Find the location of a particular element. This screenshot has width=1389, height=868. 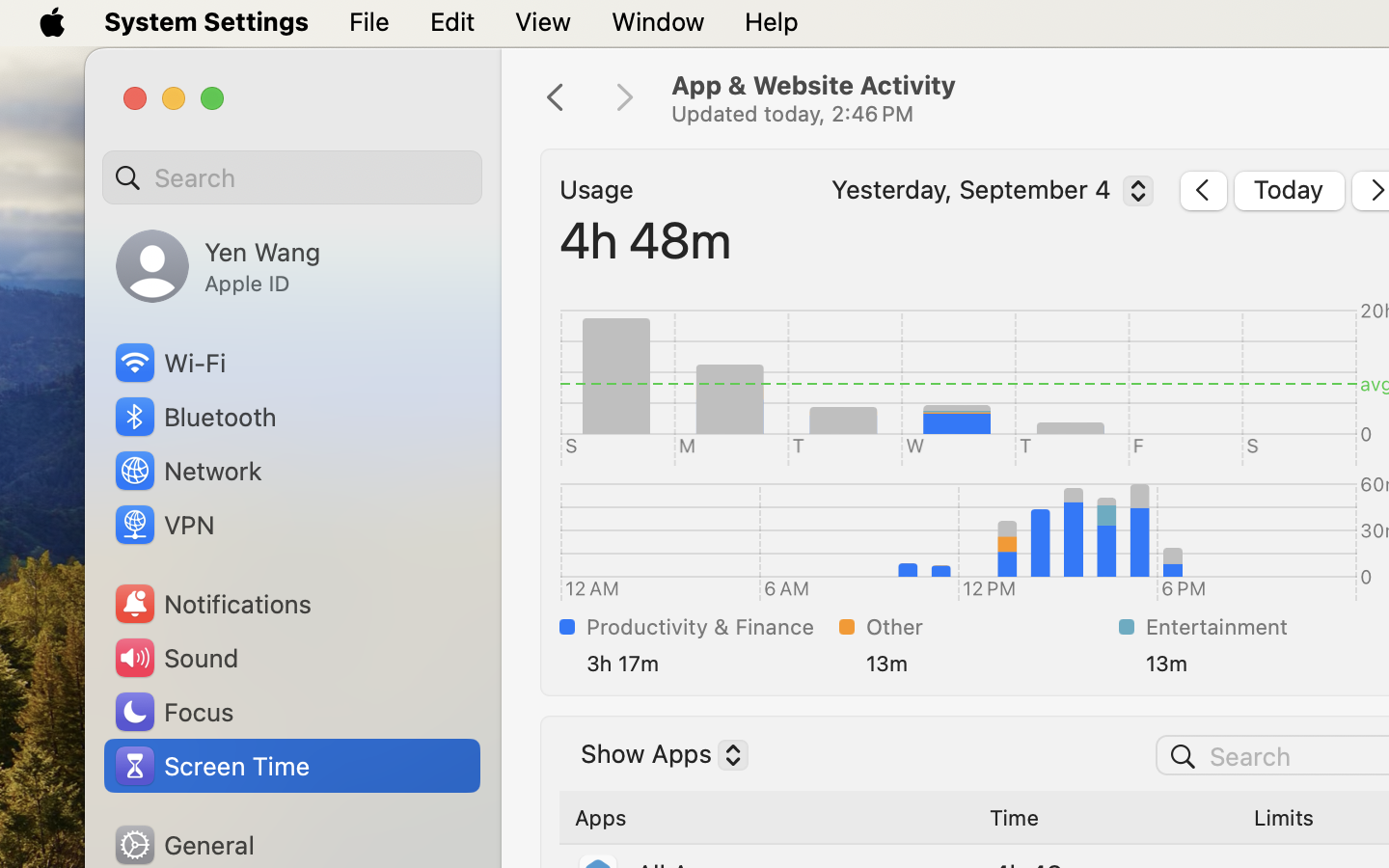

'Bluetooth' is located at coordinates (195, 417).